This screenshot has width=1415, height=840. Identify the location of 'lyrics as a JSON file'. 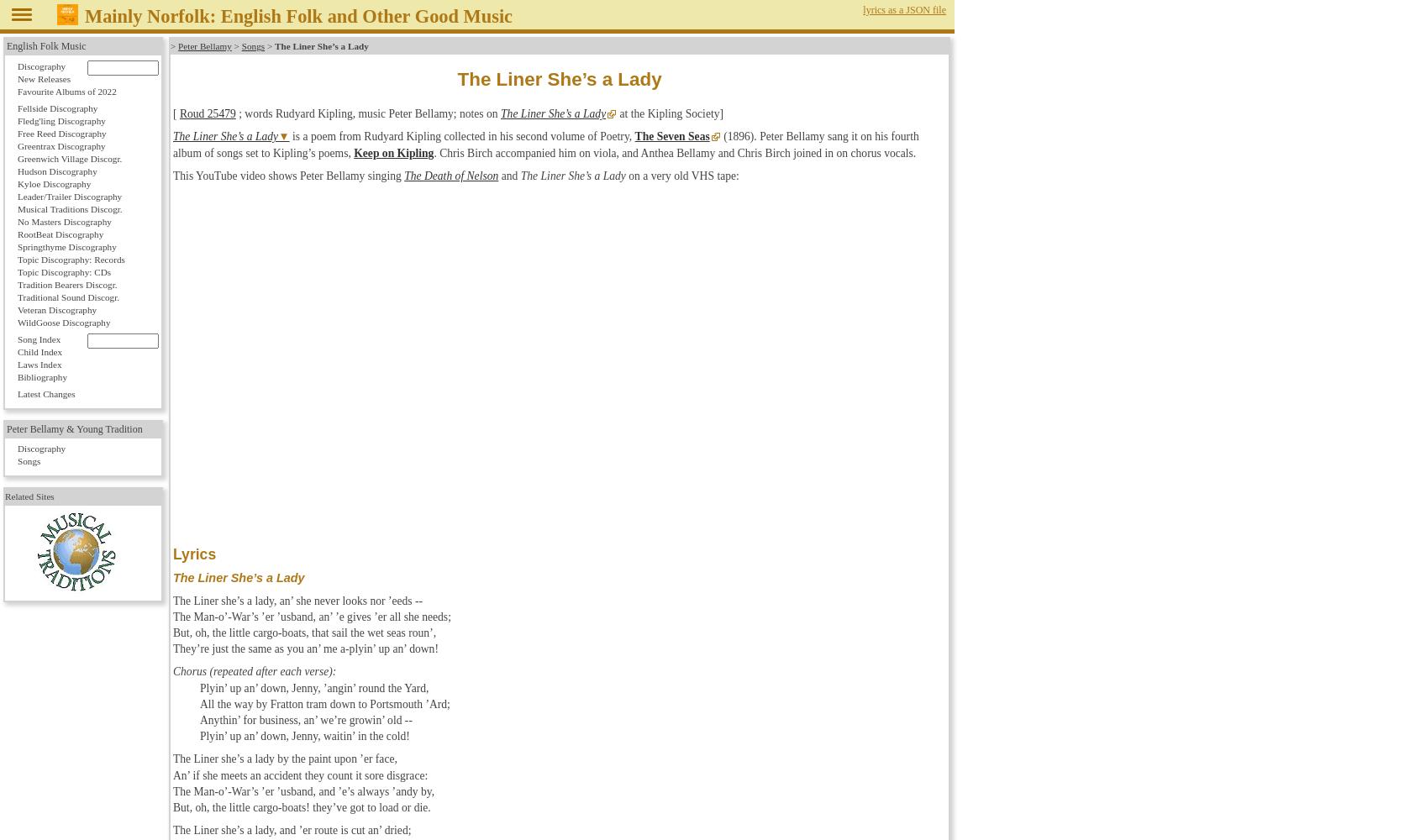
(904, 10).